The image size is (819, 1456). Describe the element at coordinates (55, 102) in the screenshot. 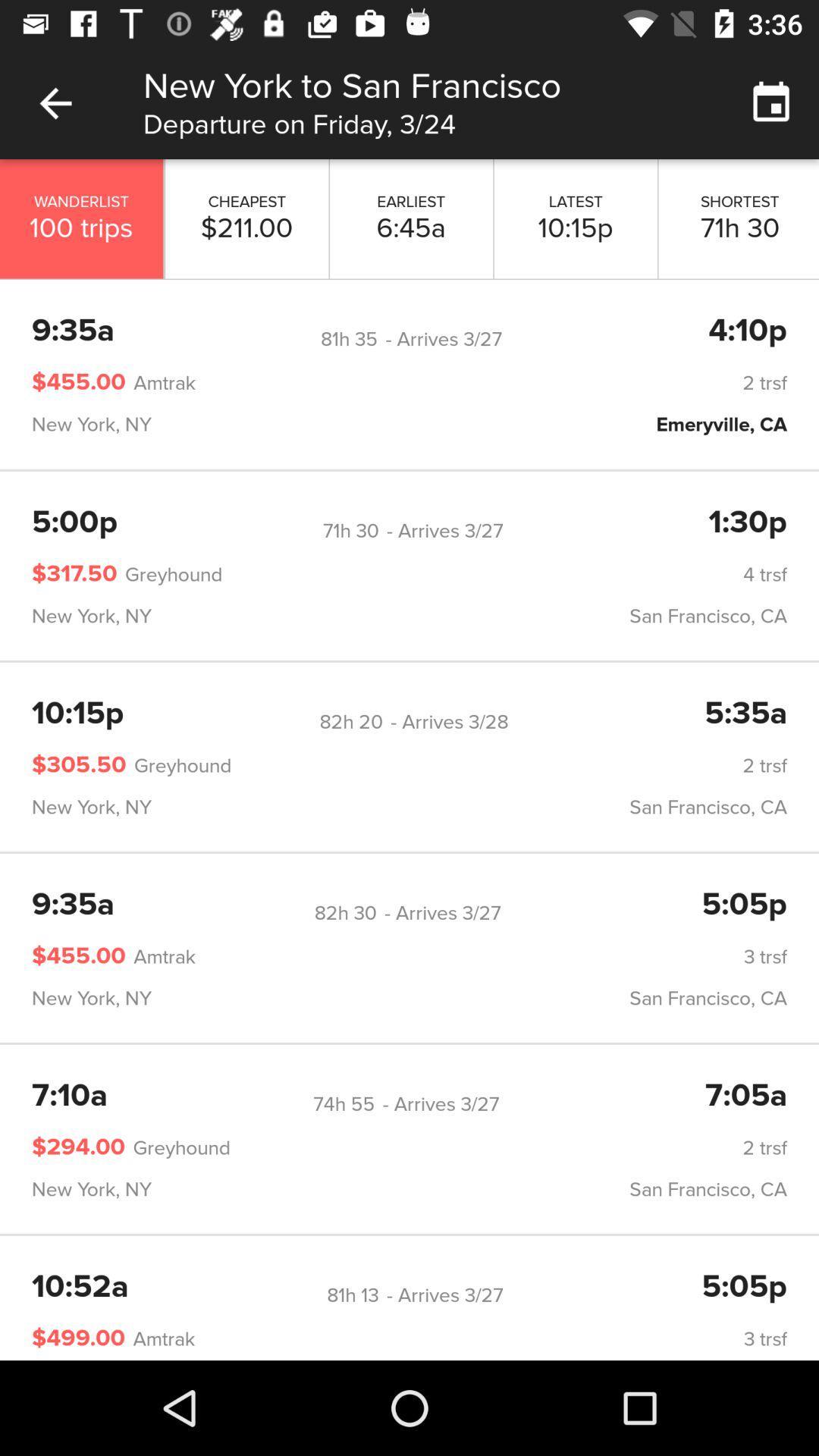

I see `go back` at that location.